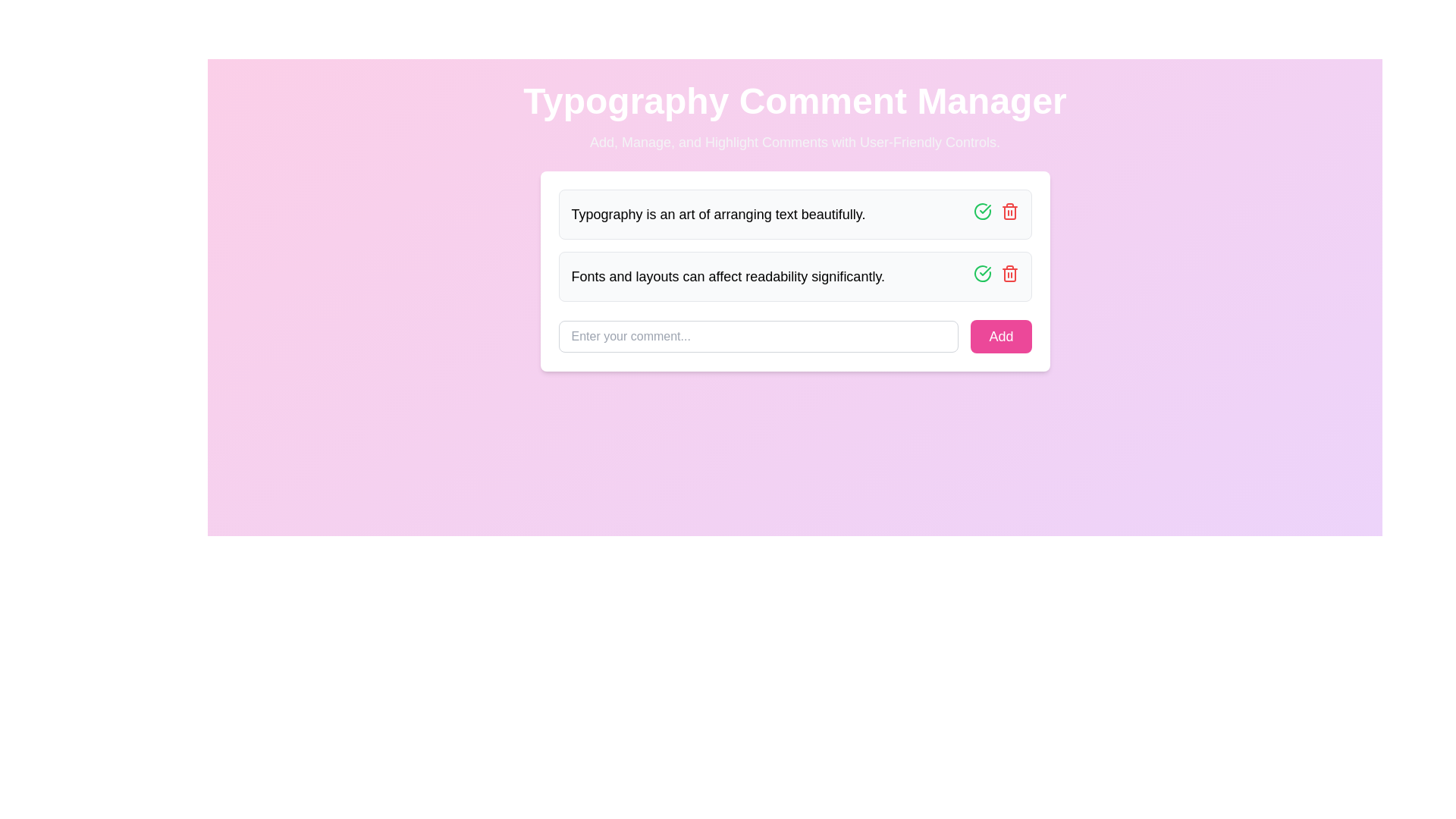  What do you see at coordinates (728, 277) in the screenshot?
I see `the text within the second comment box, which is displayed as the primary content in a vertically aligned list of similar elements` at bounding box center [728, 277].